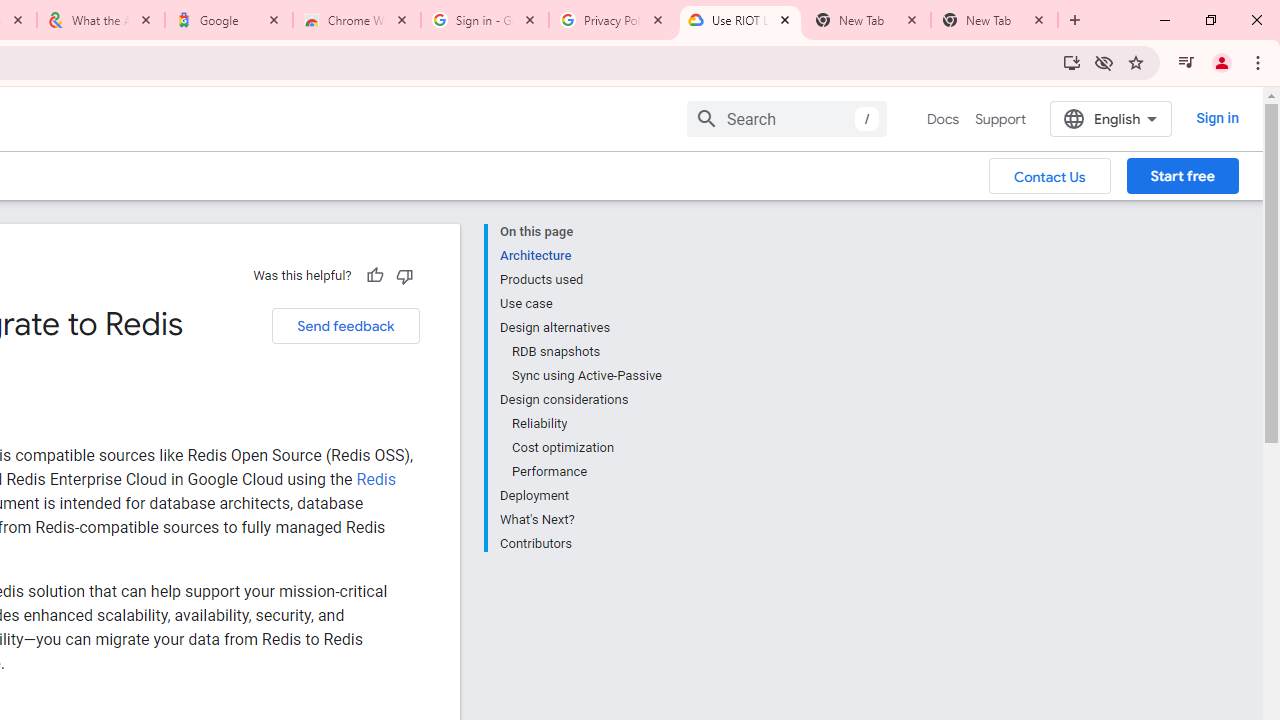 The height and width of the screenshot is (720, 1280). Describe the element at coordinates (579, 519) in the screenshot. I see `'What'` at that location.